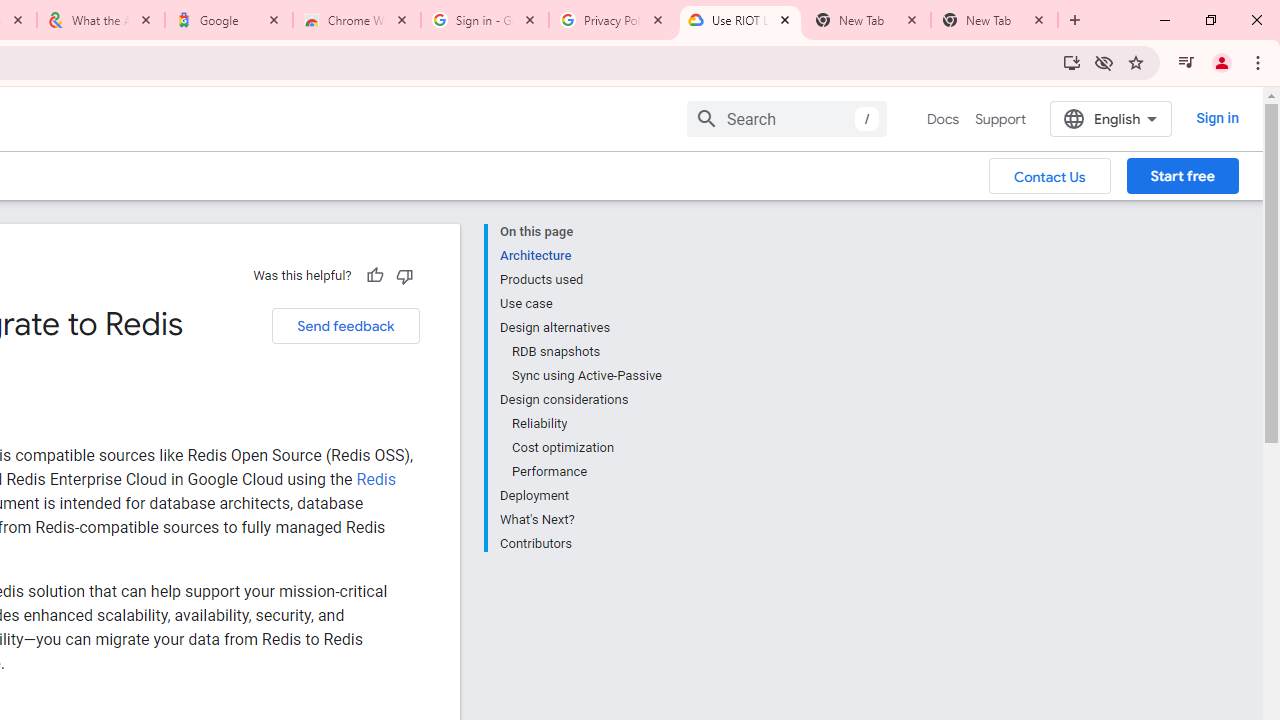 The height and width of the screenshot is (720, 1280). Describe the element at coordinates (579, 519) in the screenshot. I see `'What'` at that location.